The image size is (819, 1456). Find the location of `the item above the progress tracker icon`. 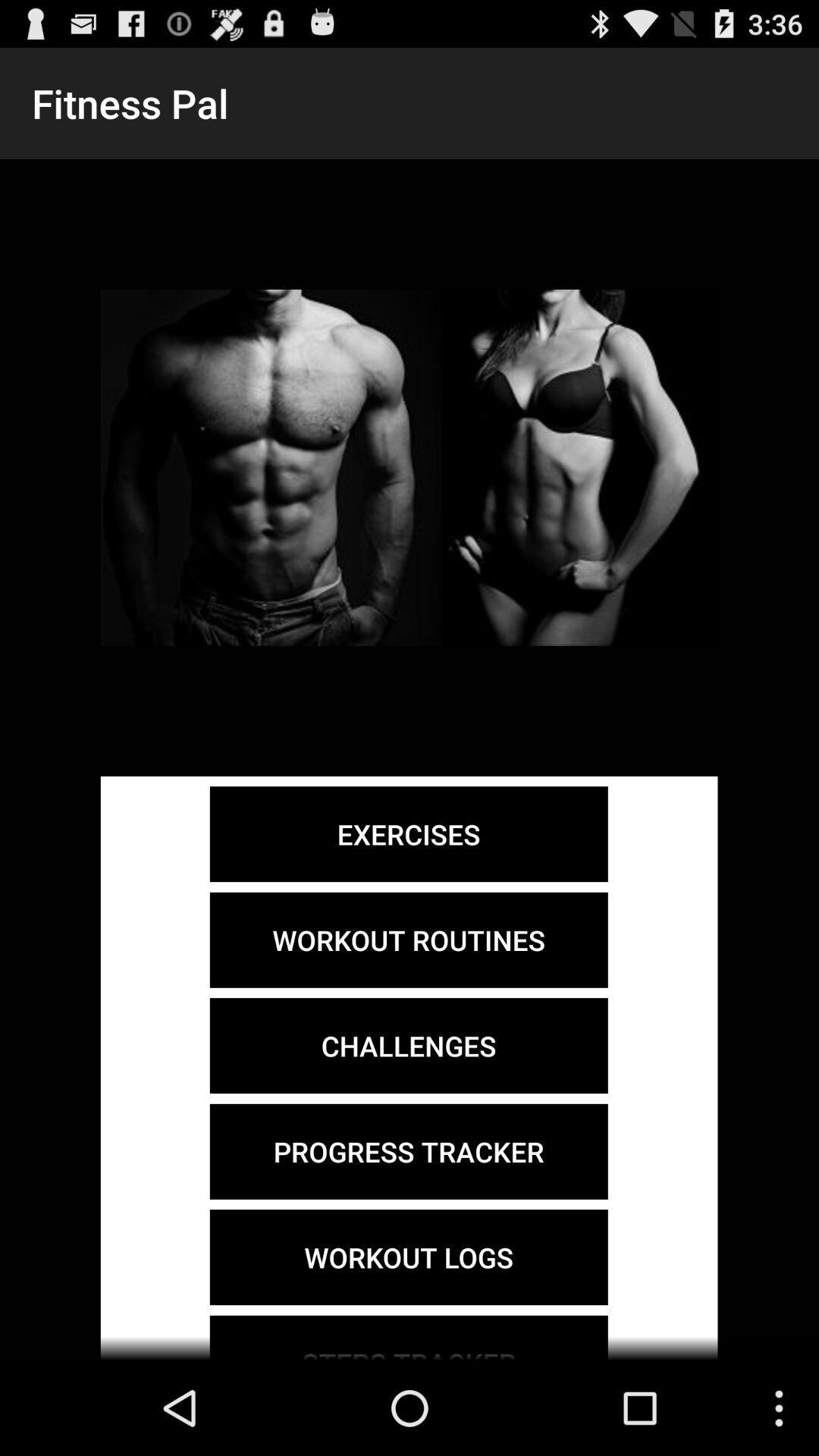

the item above the progress tracker icon is located at coordinates (408, 1045).